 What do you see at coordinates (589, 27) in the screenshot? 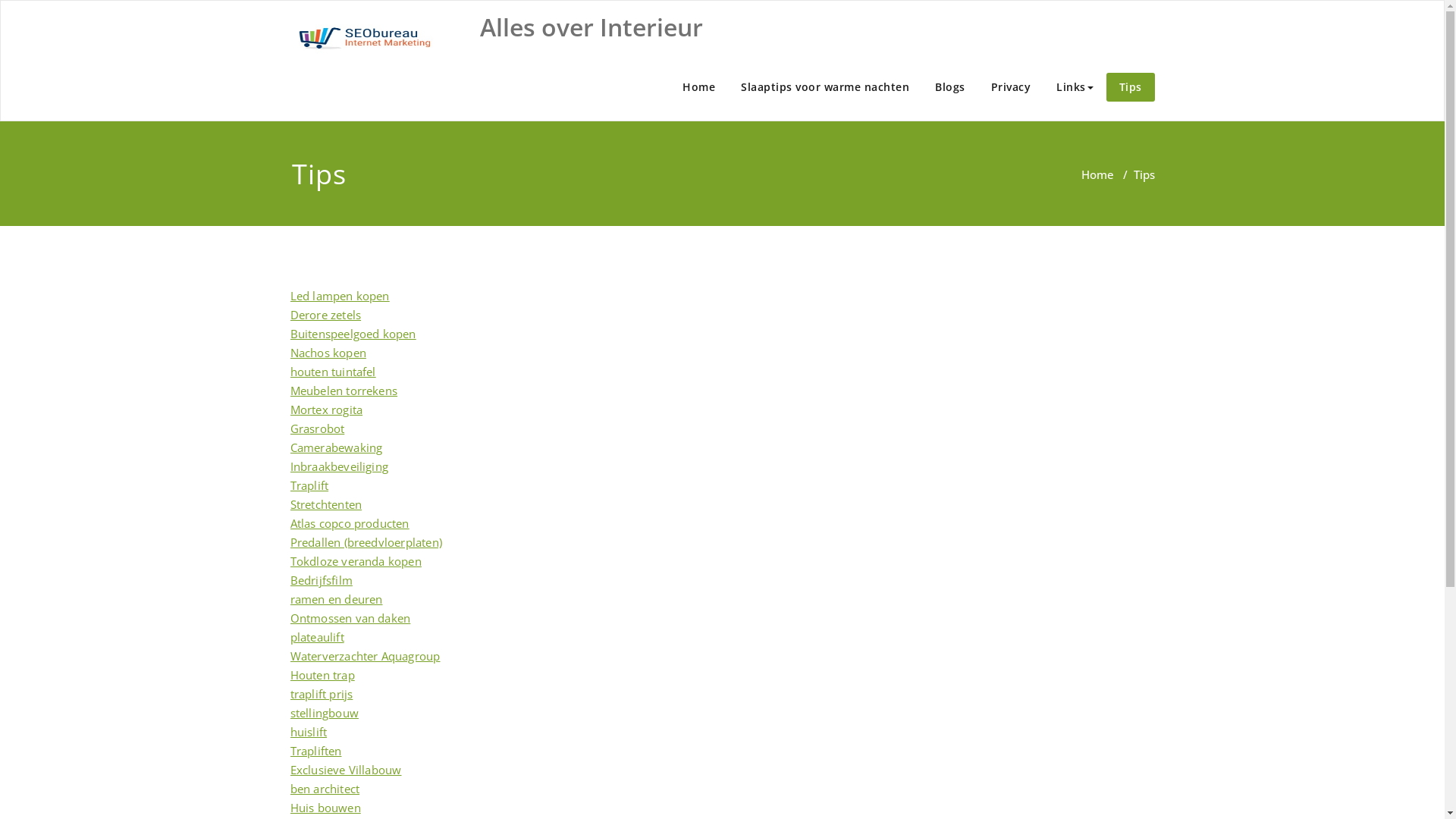
I see `'Alles over Interieur'` at bounding box center [589, 27].